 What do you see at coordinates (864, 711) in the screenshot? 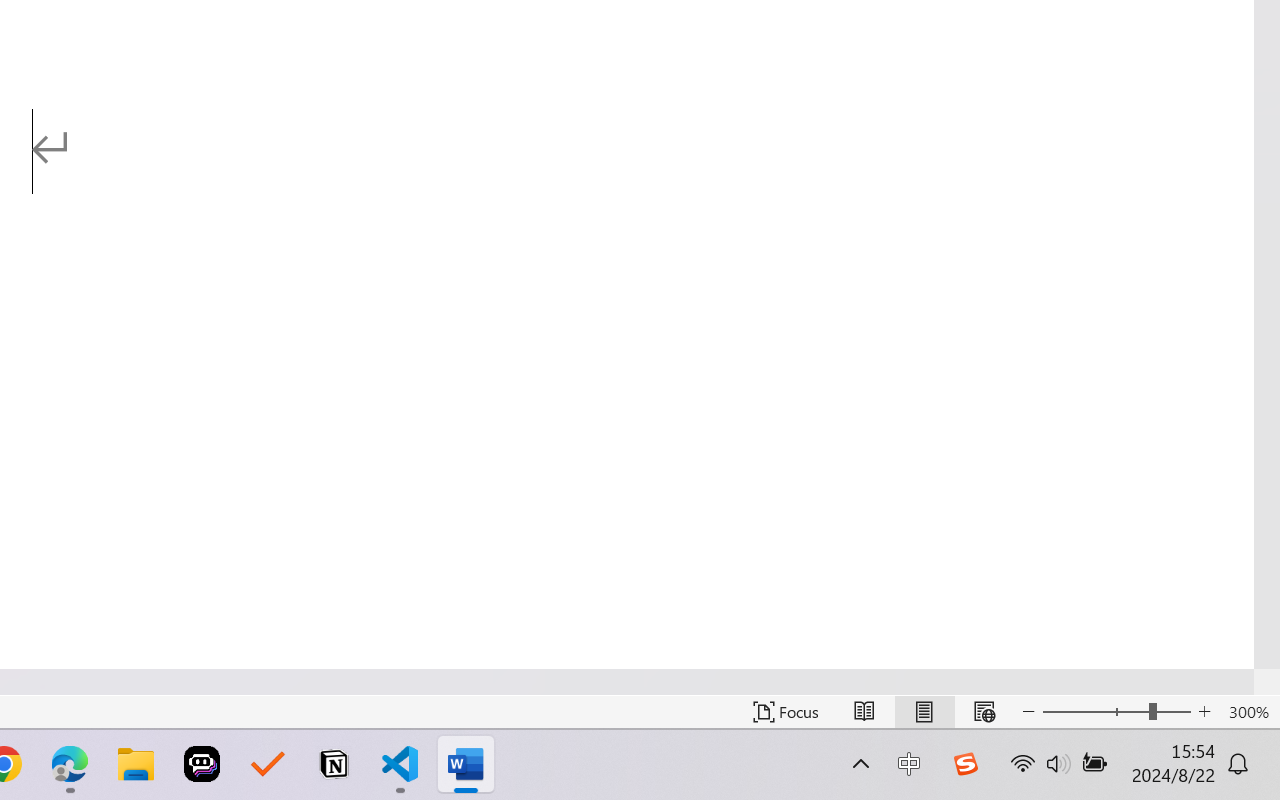
I see `'Read Mode'` at bounding box center [864, 711].